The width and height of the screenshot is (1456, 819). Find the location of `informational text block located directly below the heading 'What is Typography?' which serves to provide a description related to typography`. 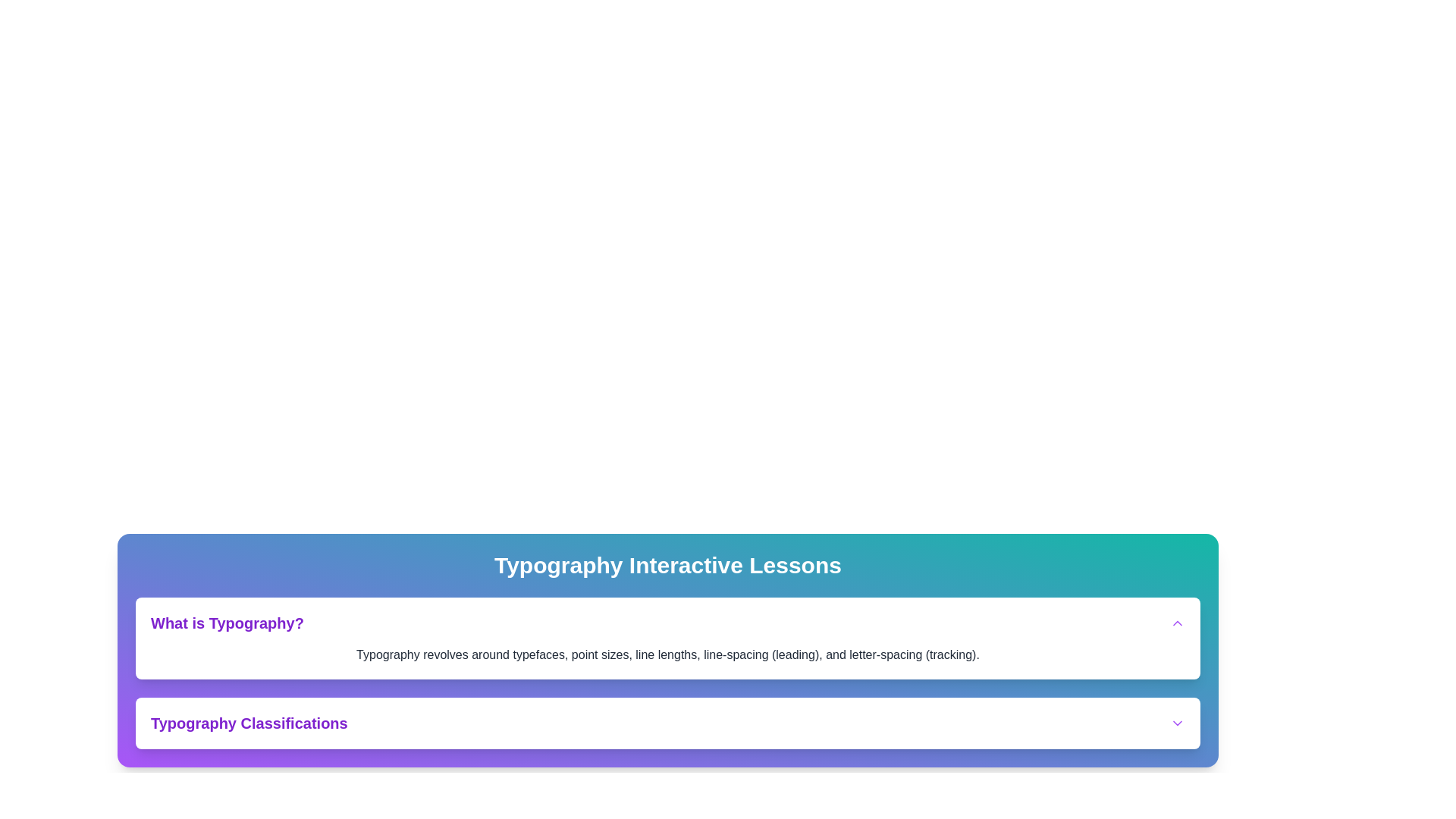

informational text block located directly below the heading 'What is Typography?' which serves to provide a description related to typography is located at coordinates (667, 654).